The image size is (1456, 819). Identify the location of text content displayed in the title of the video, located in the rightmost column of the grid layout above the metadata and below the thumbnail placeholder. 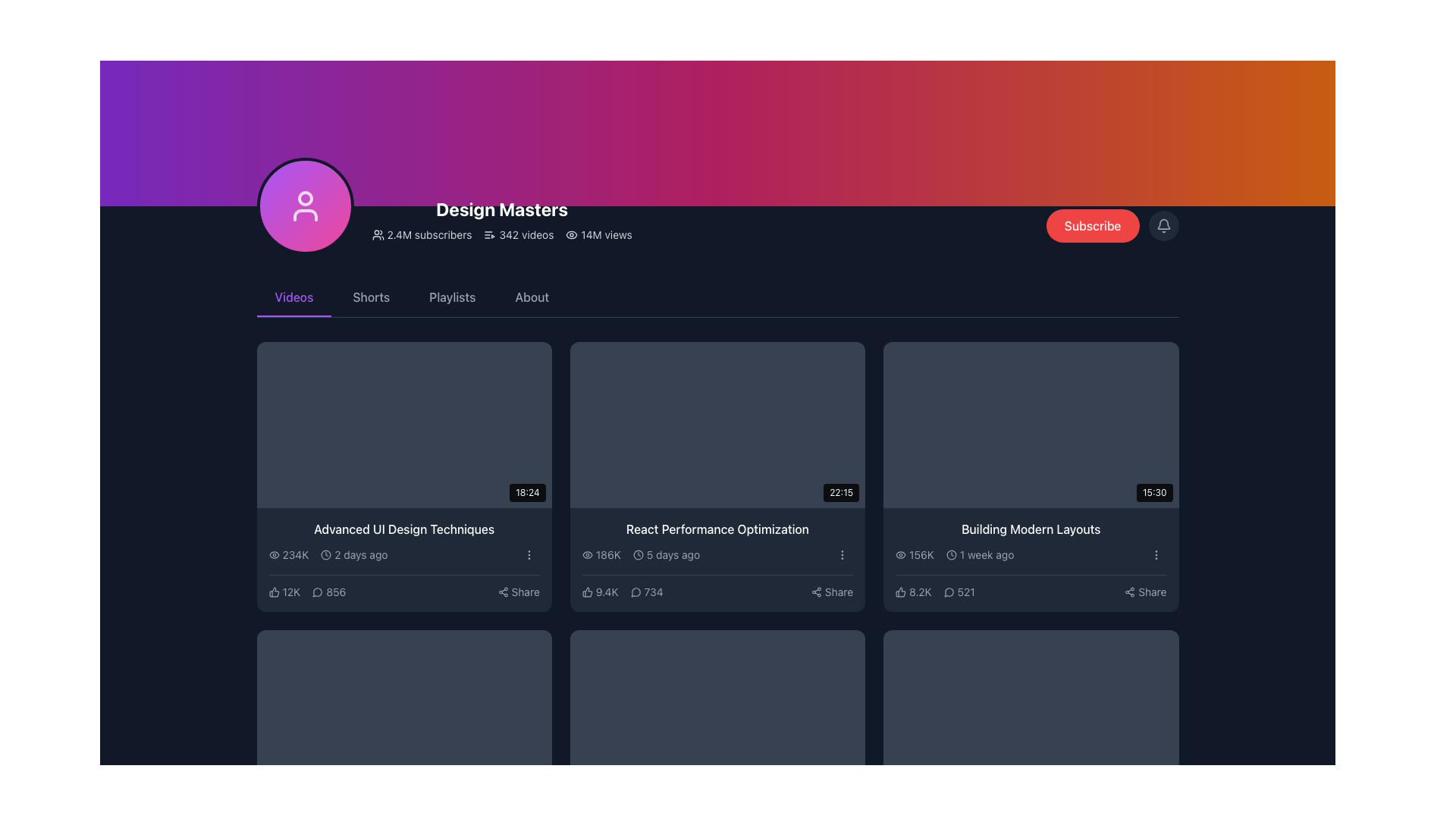
(1031, 529).